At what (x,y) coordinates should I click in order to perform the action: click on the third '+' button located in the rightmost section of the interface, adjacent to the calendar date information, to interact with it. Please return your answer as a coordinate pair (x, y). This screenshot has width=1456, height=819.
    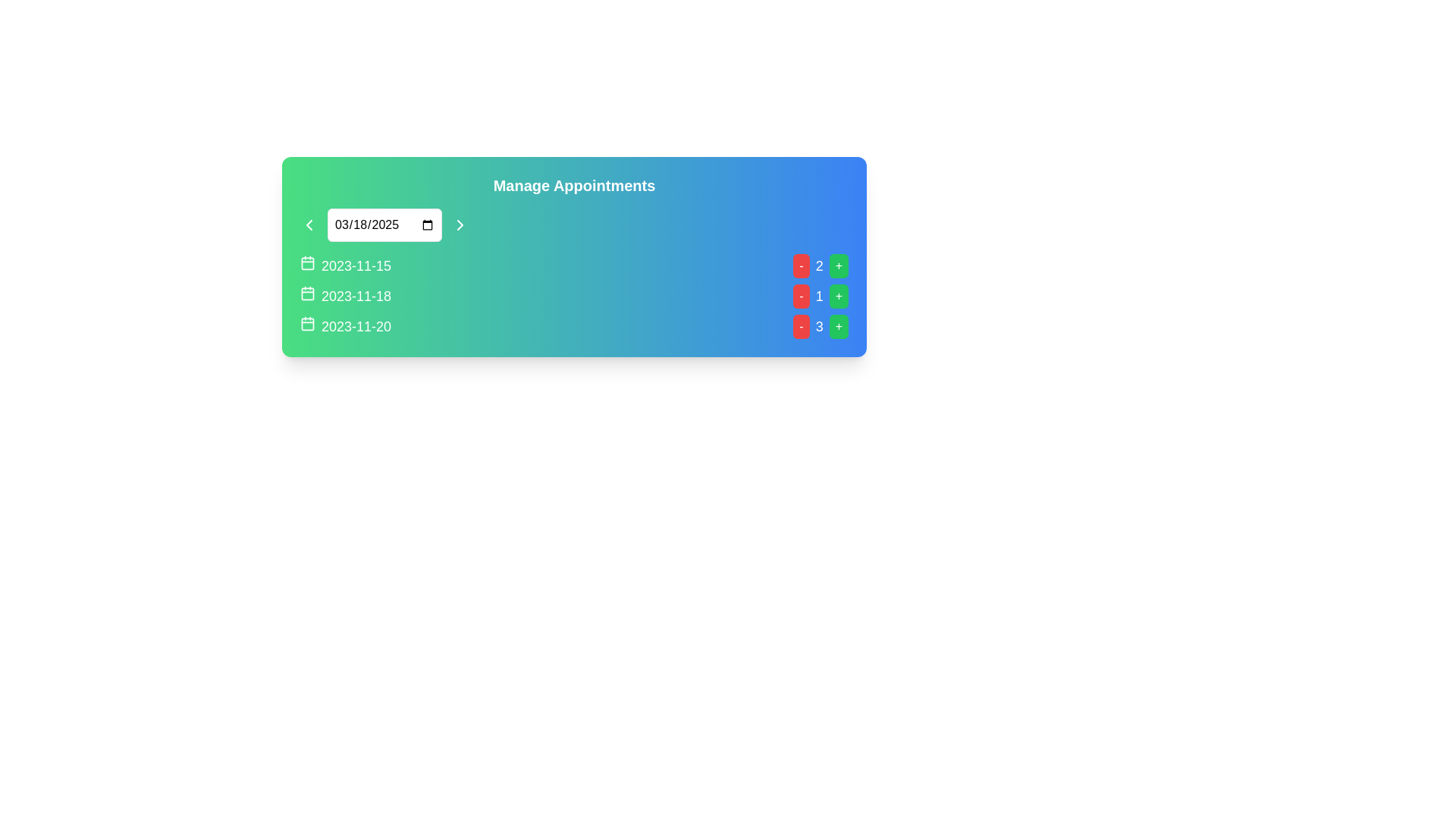
    Looking at the image, I should click on (838, 326).